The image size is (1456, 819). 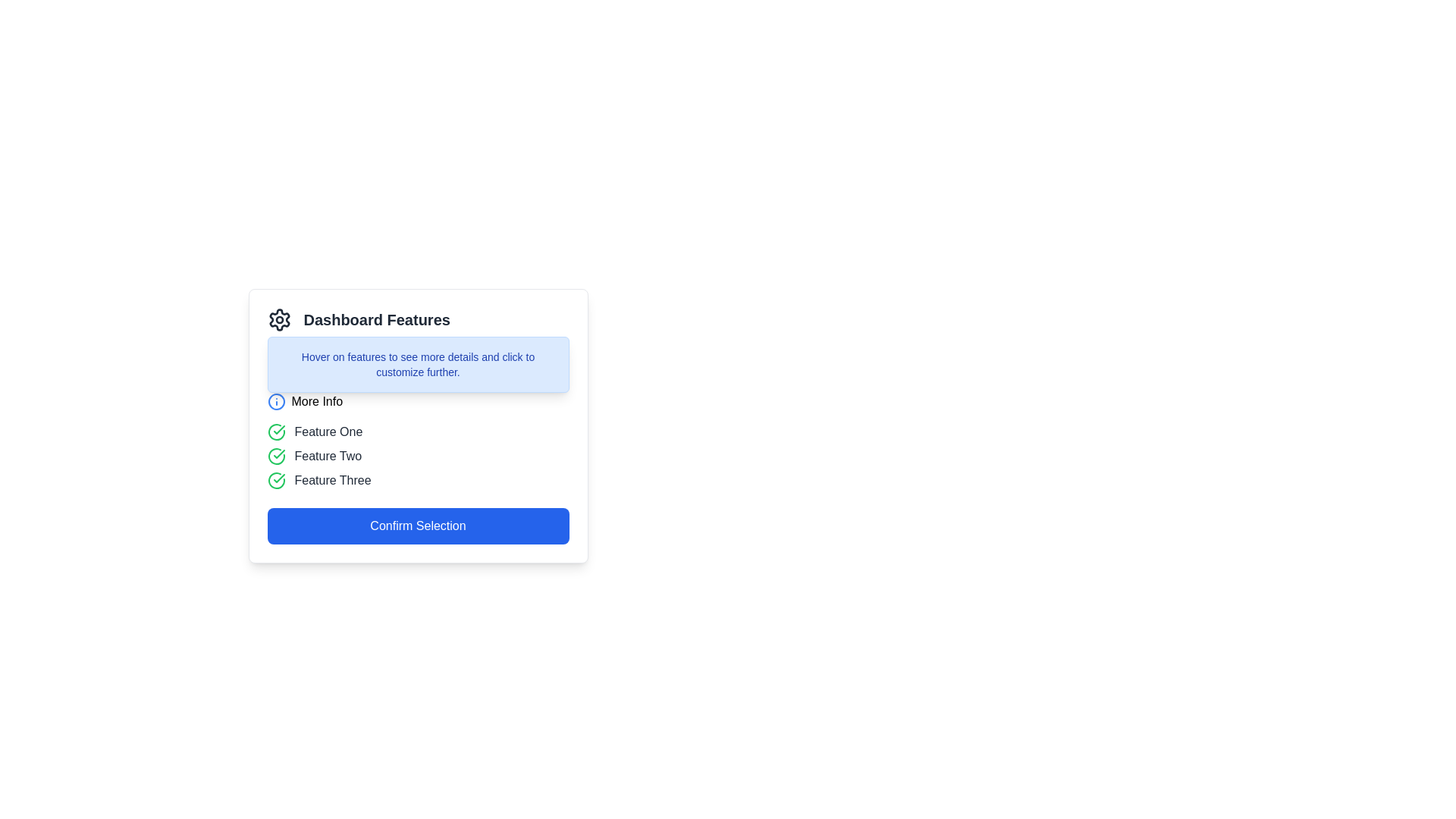 What do you see at coordinates (328, 432) in the screenshot?
I see `text label located under the 'Dashboard Features' section, which is the first item in the list and follows a green checkmark icon` at bounding box center [328, 432].